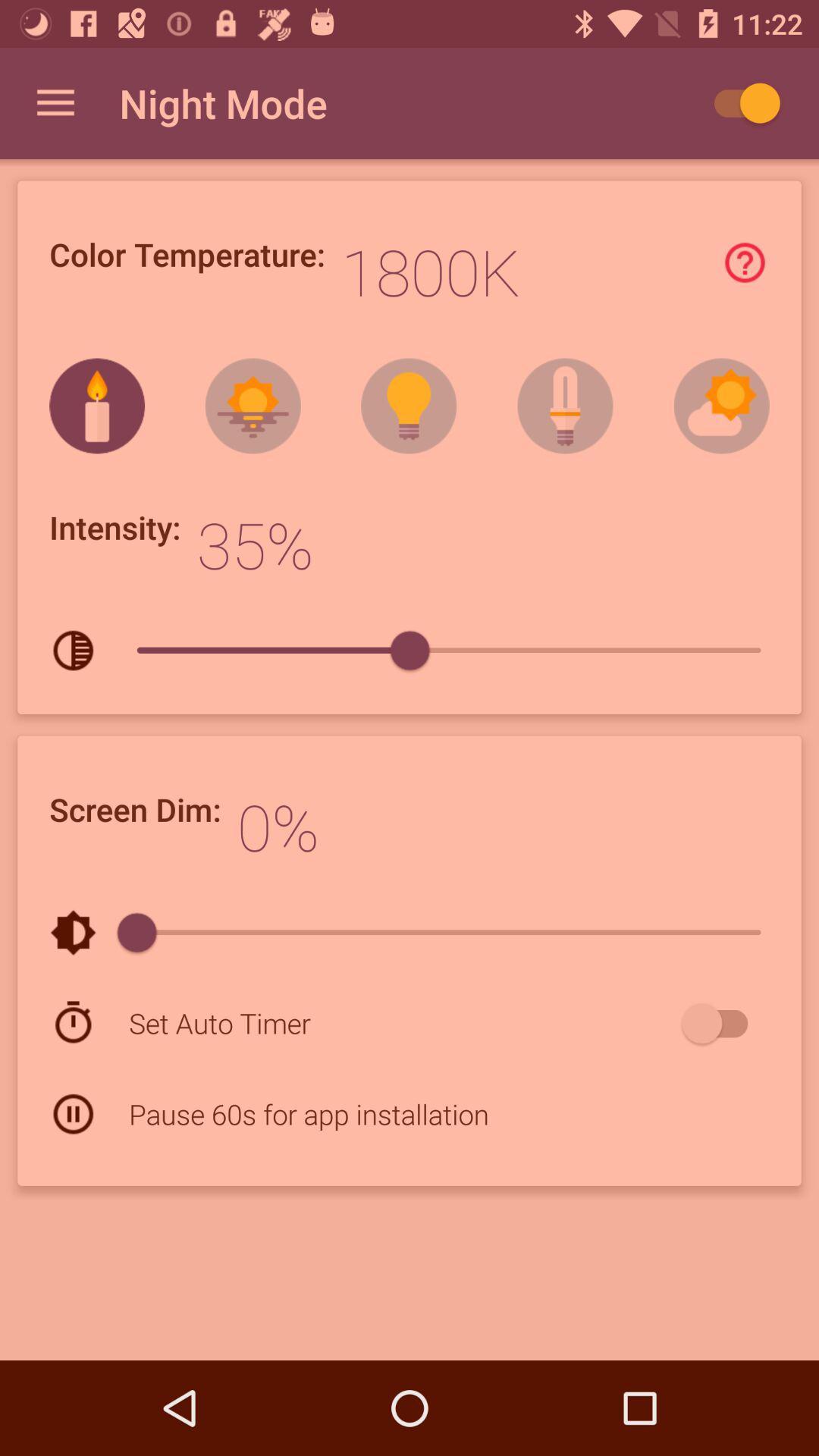 This screenshot has width=819, height=1456. I want to click on the fifth button above the text intensity, so click(721, 406).